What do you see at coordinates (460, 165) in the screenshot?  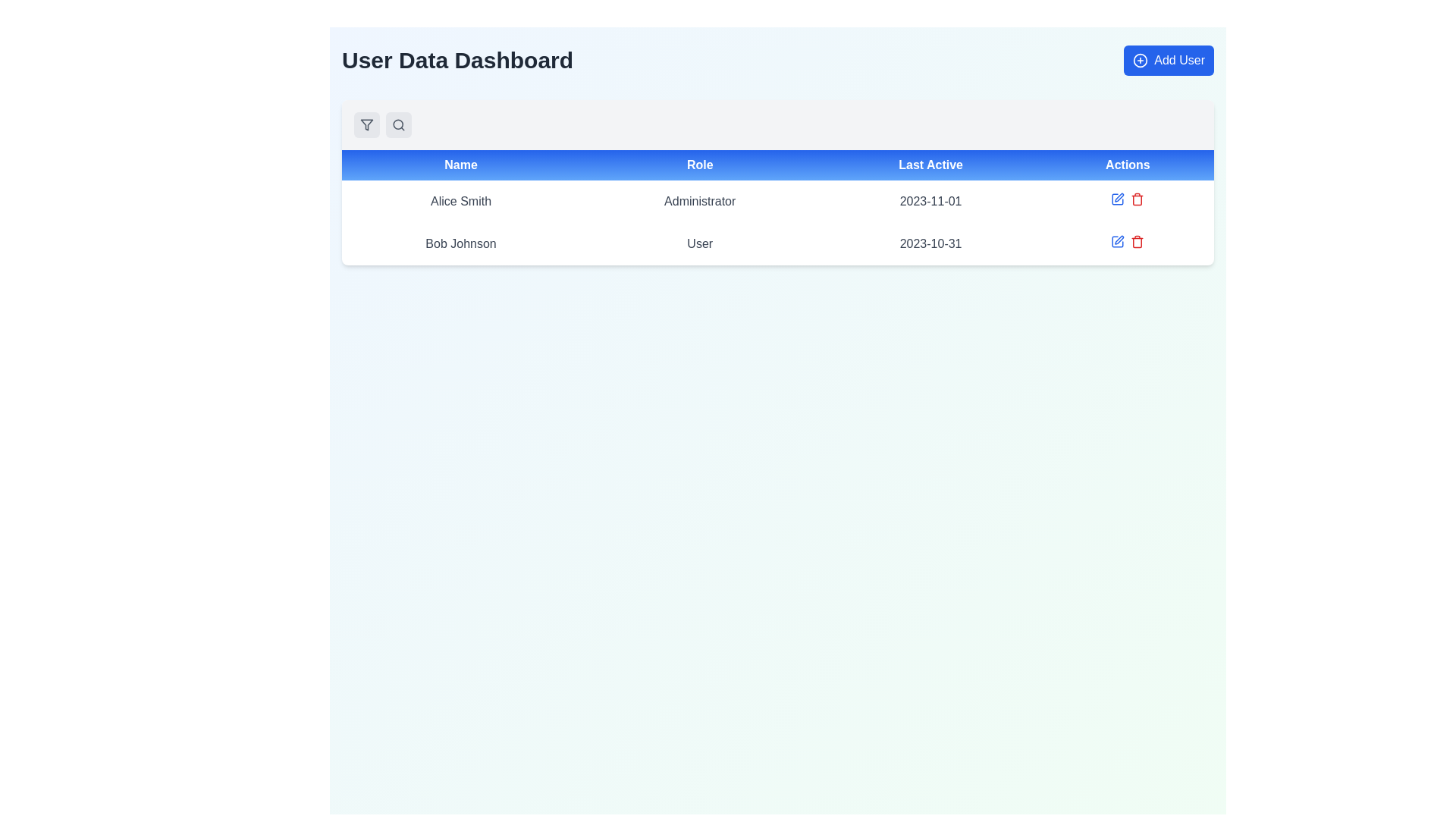 I see `the text label that displays 'Name', which is the first column header in a row of headers including 'Role', 'Last Active', and 'Actions', located at the far left of the header row below the dashboard title` at bounding box center [460, 165].